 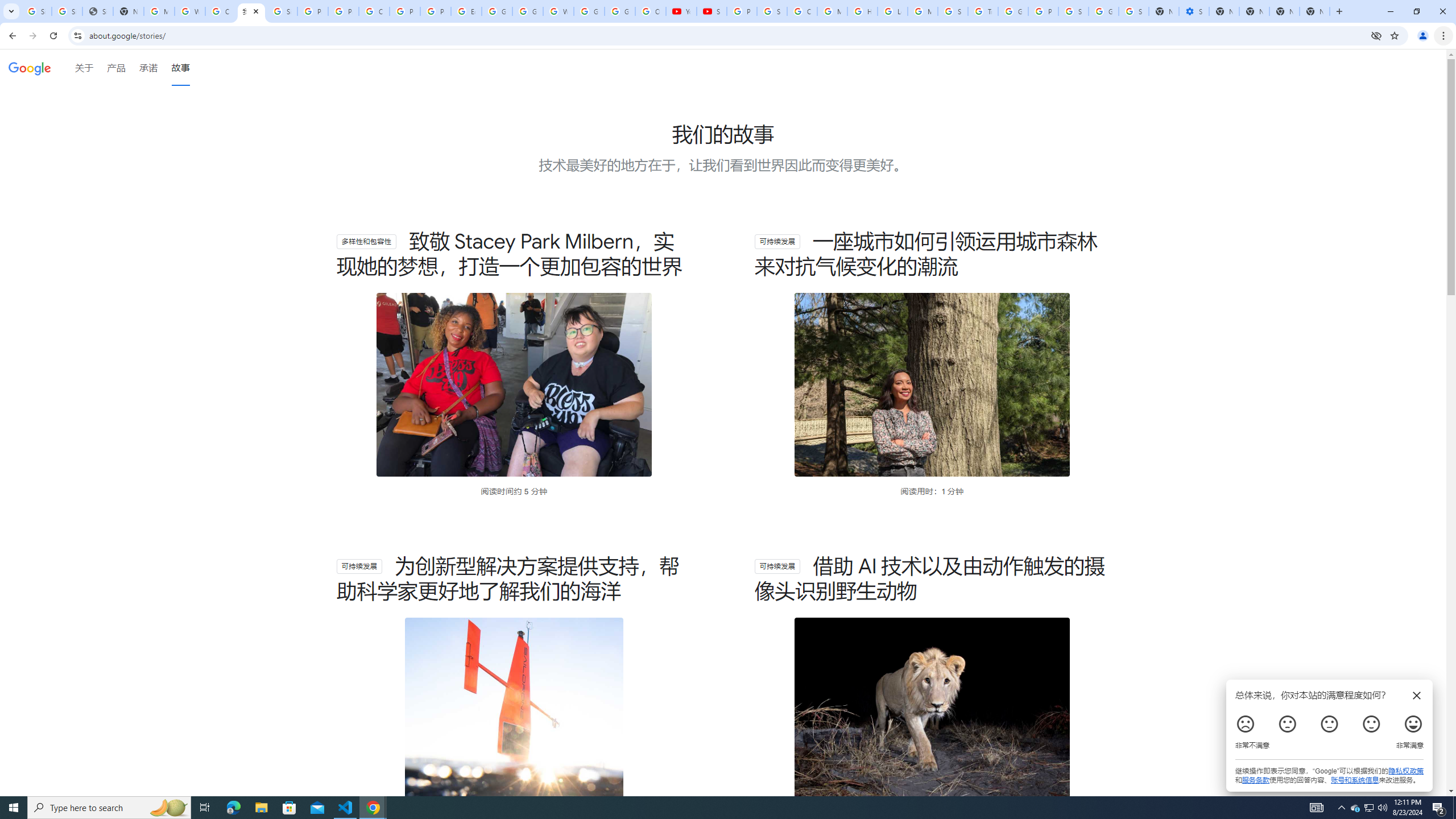 What do you see at coordinates (559, 11) in the screenshot?
I see `'Welcome to My Activity'` at bounding box center [559, 11].